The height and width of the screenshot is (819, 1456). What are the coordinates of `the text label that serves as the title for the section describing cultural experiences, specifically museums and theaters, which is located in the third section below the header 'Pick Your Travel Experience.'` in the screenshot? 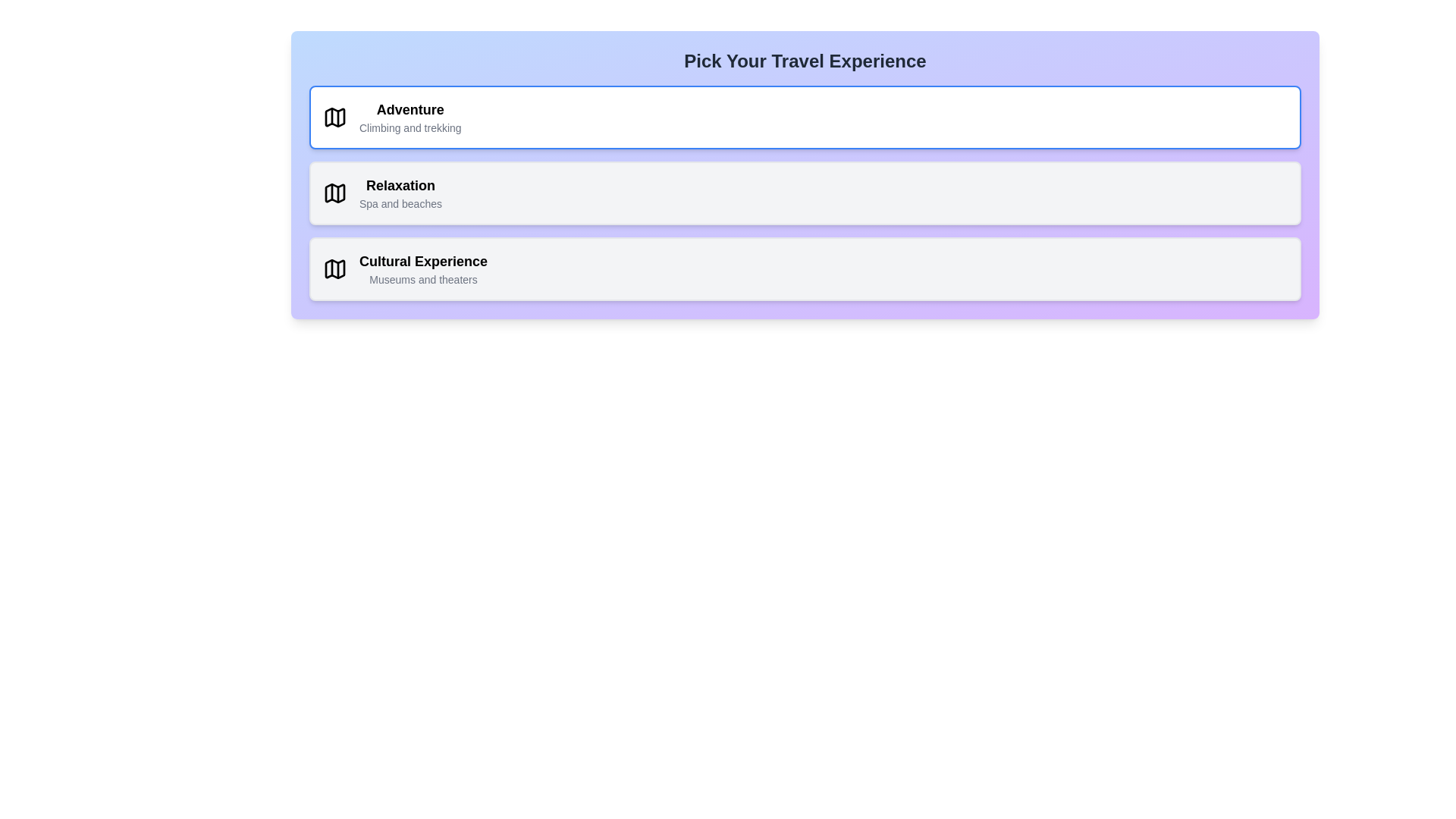 It's located at (423, 260).